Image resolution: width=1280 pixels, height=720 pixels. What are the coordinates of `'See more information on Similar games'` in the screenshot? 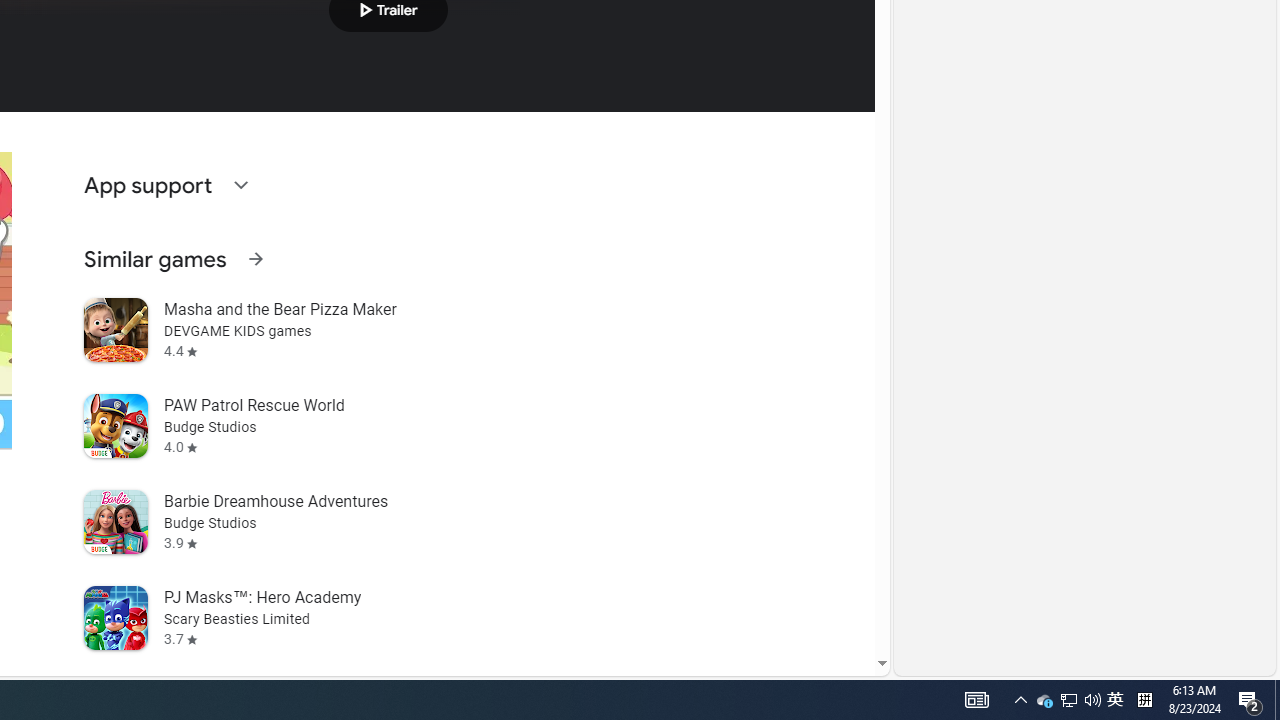 It's located at (254, 257).